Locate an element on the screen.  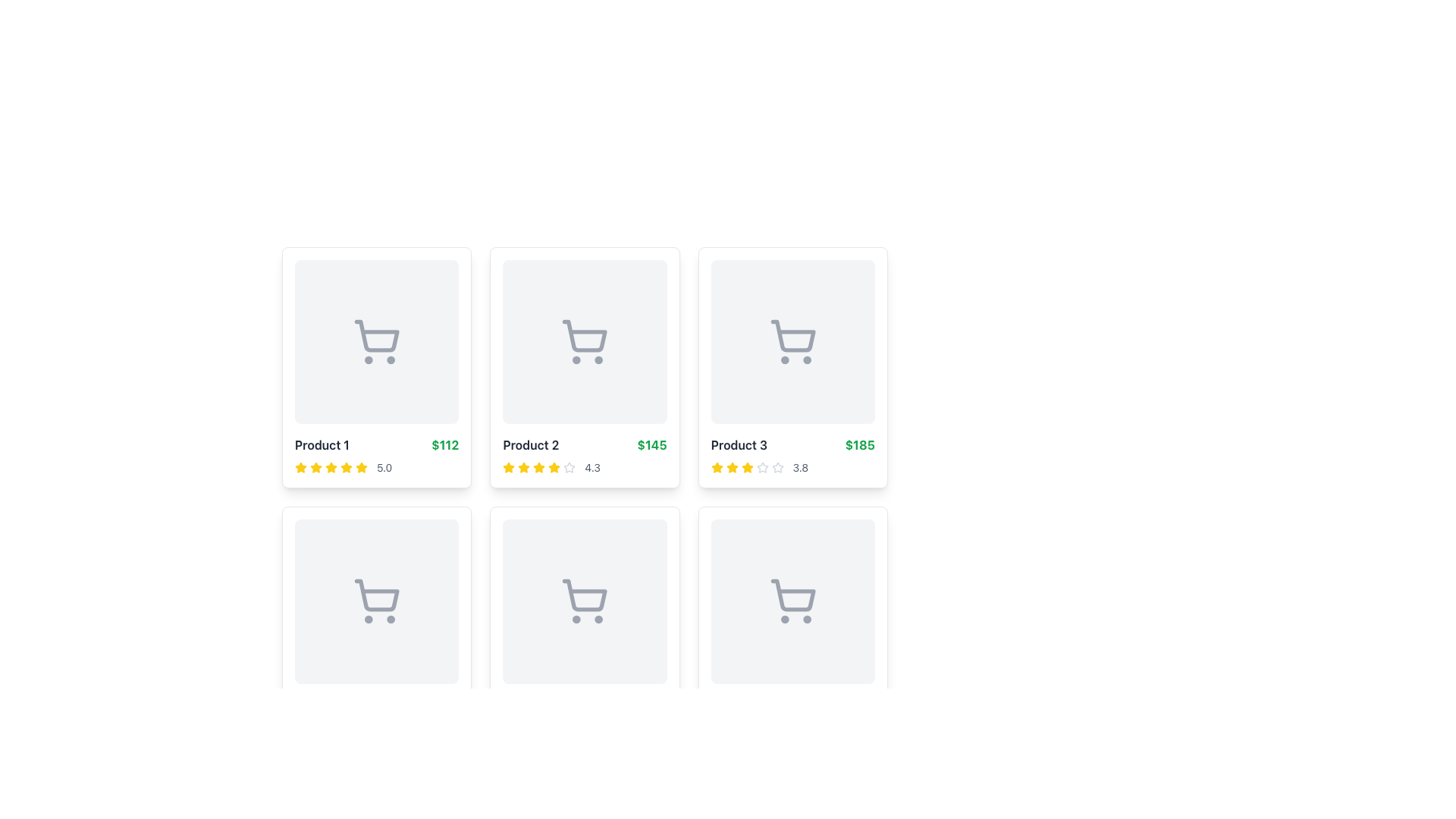
the fifth rating star icon in the rating system for the second product to check if it has interactive functionality is located at coordinates (553, 467).